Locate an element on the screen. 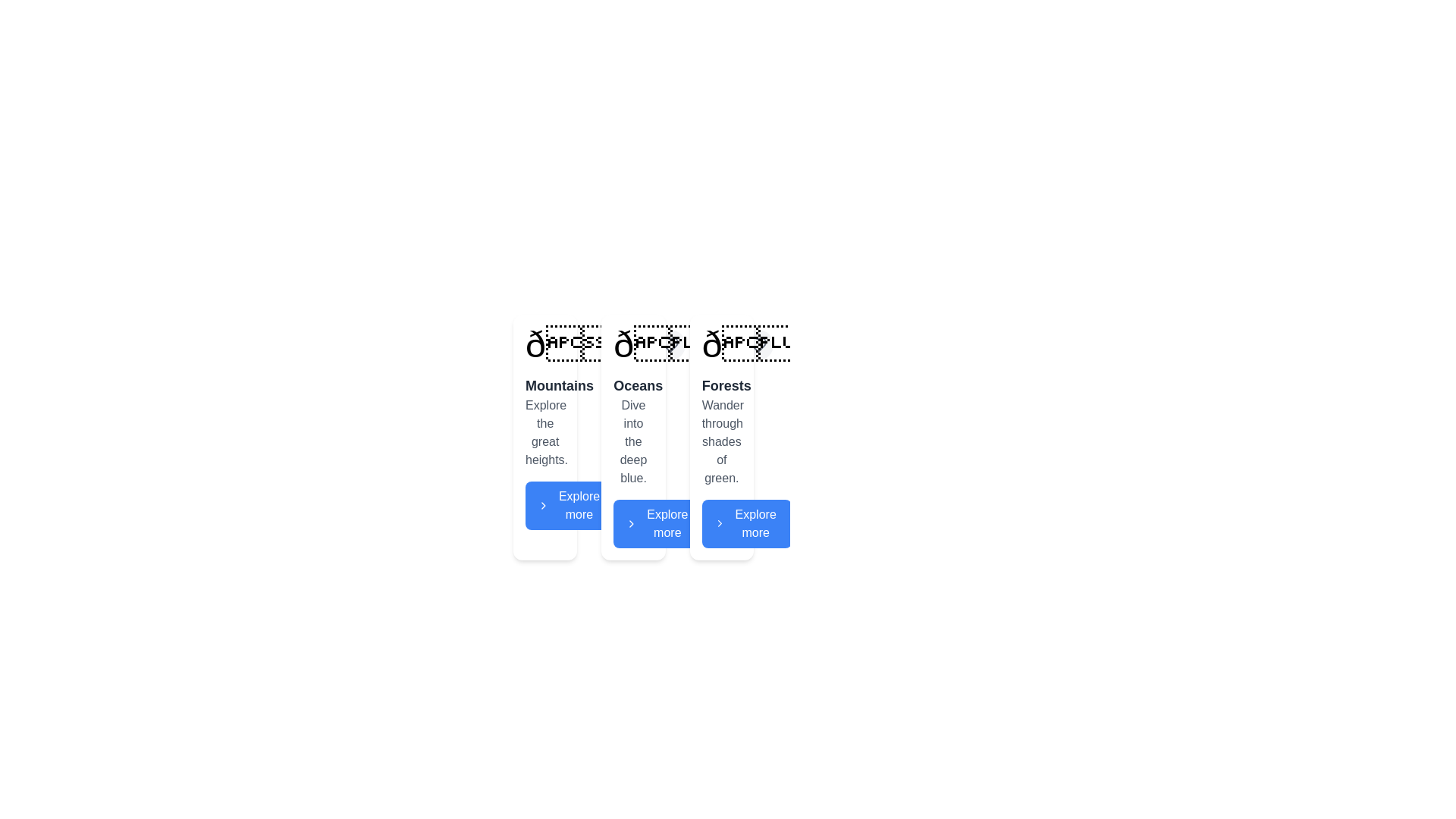 Image resolution: width=1456 pixels, height=819 pixels. the 'Explore more' button with a blue background and a right-pointing chevron icon to change its background color is located at coordinates (570, 506).